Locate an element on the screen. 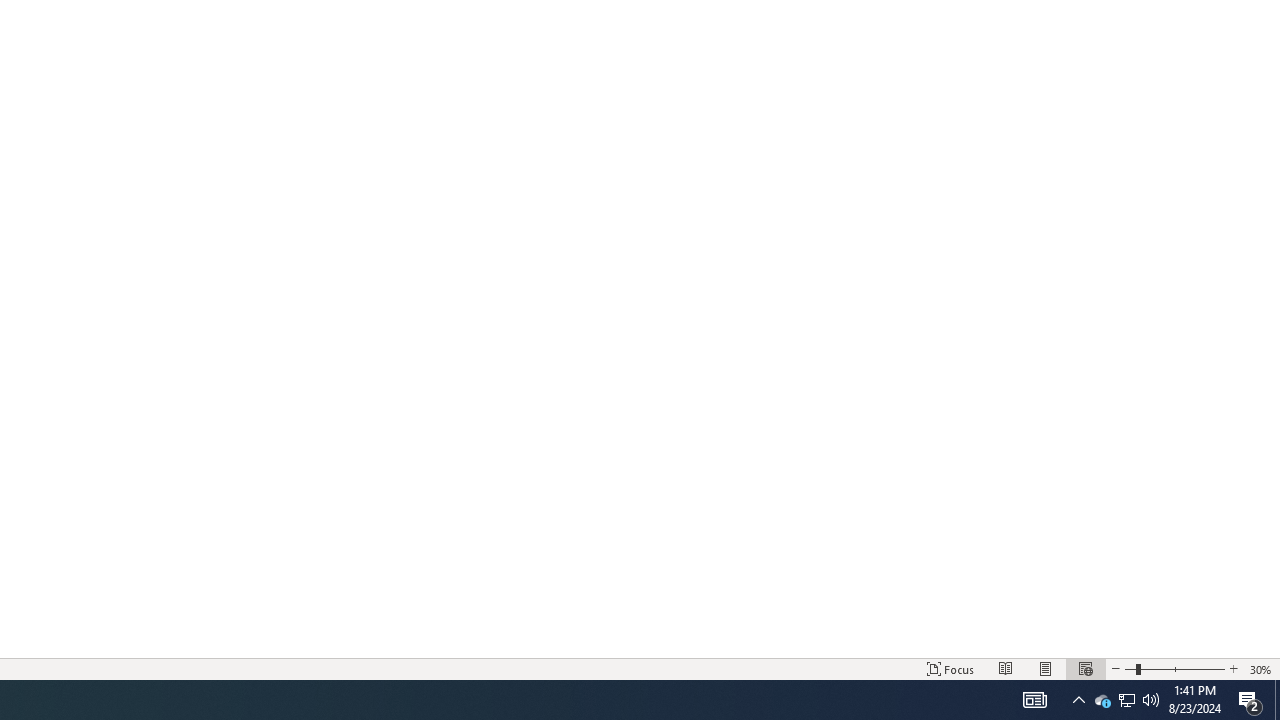 This screenshot has height=720, width=1280. 'Focus ' is located at coordinates (950, 669).